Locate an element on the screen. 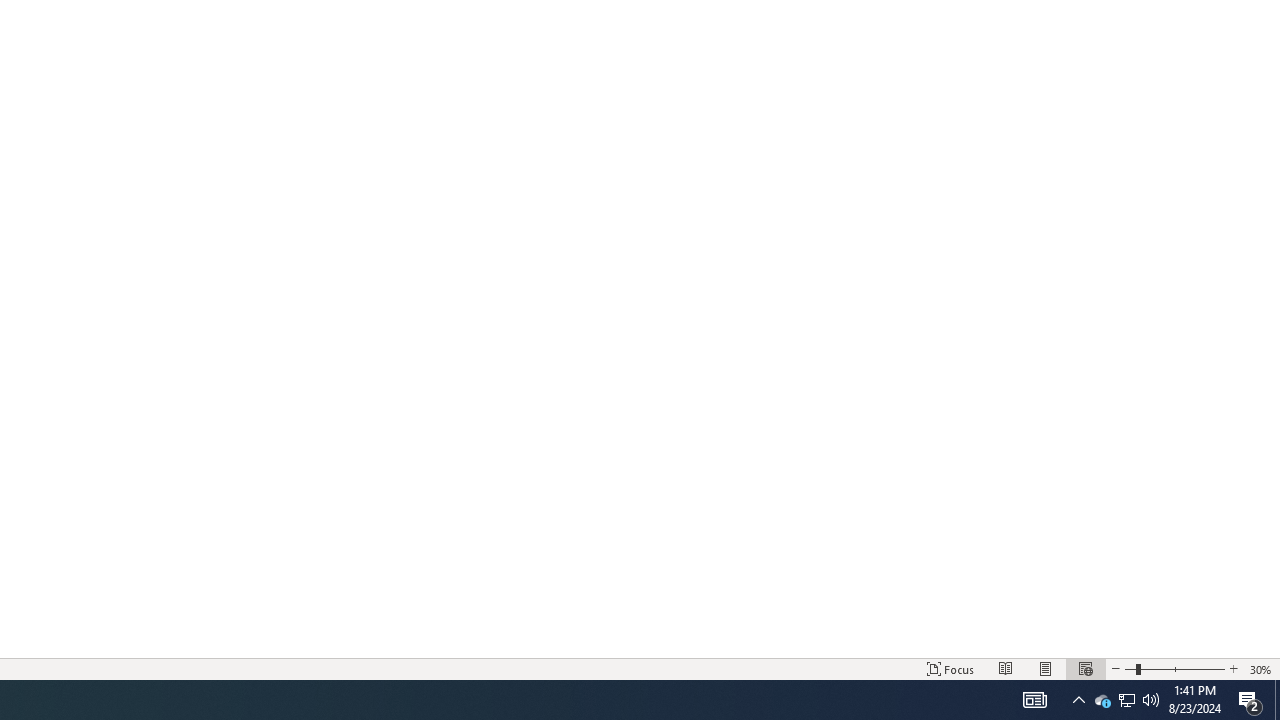 This screenshot has height=720, width=1280. 'Focus ' is located at coordinates (950, 669).